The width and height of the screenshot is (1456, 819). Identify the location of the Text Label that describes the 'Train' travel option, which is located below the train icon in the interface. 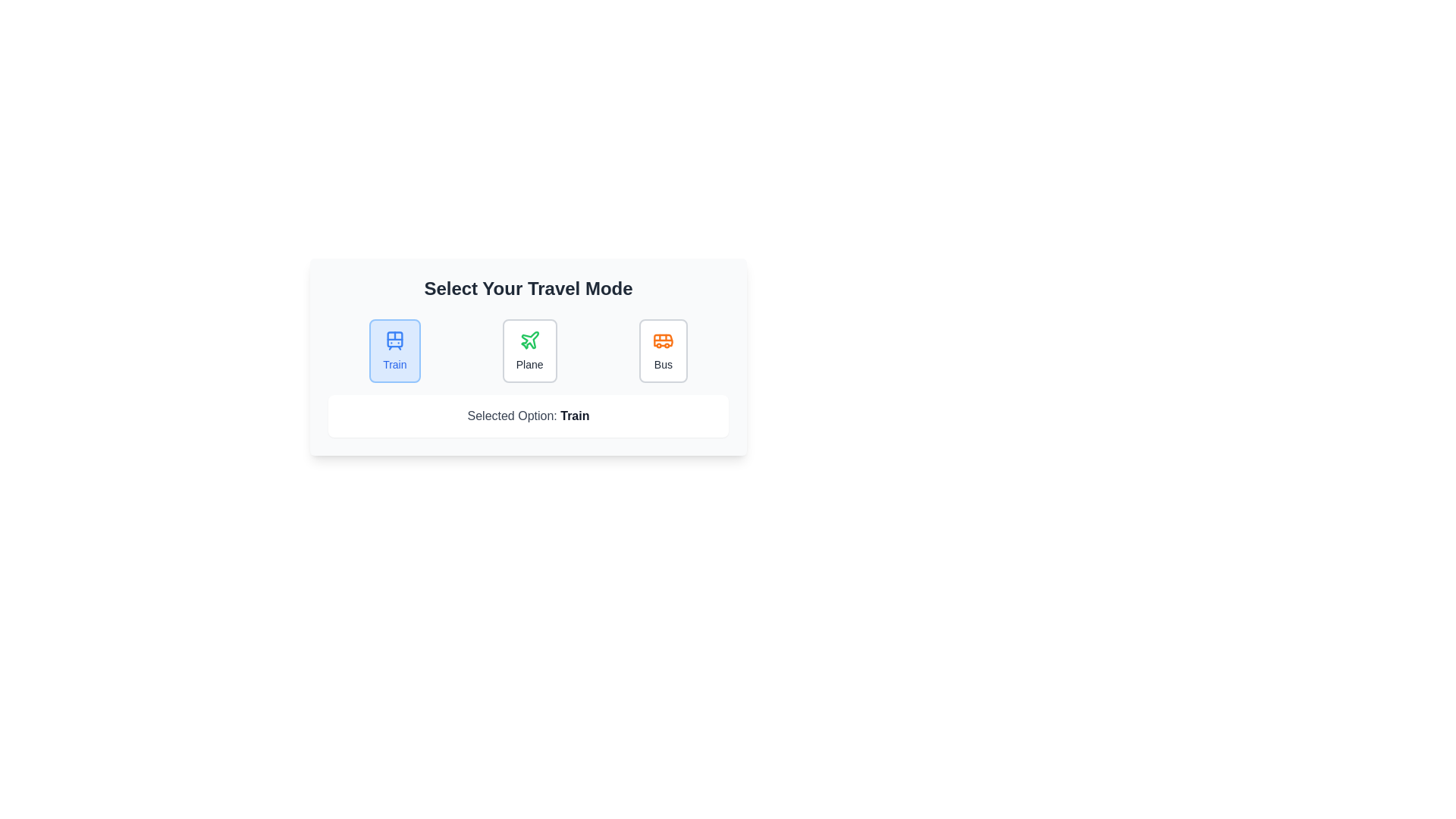
(394, 365).